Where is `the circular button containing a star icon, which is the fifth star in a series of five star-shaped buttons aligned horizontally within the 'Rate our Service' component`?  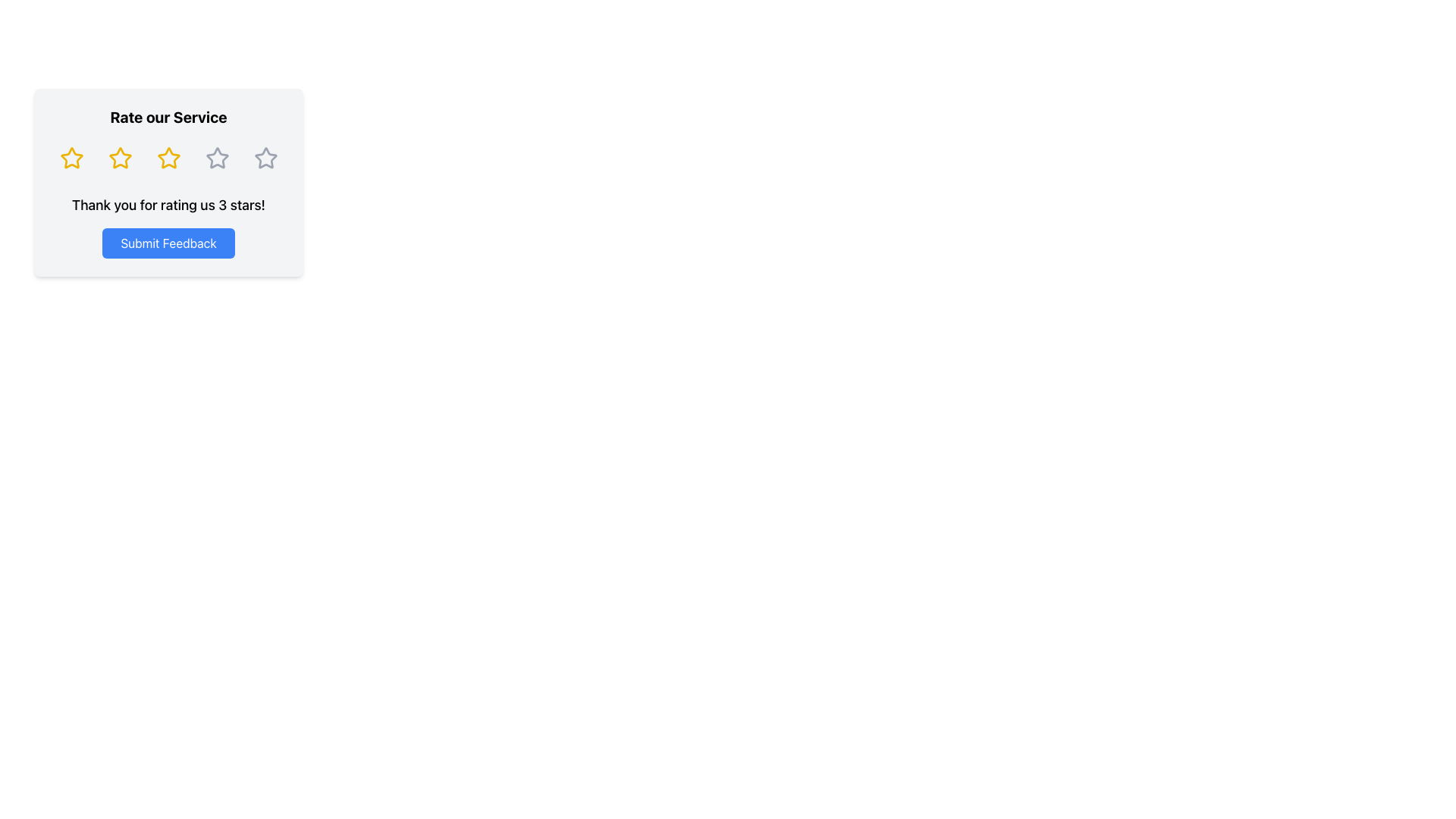
the circular button containing a star icon, which is the fifth star in a series of five star-shaped buttons aligned horizontally within the 'Rate our Service' component is located at coordinates (265, 158).